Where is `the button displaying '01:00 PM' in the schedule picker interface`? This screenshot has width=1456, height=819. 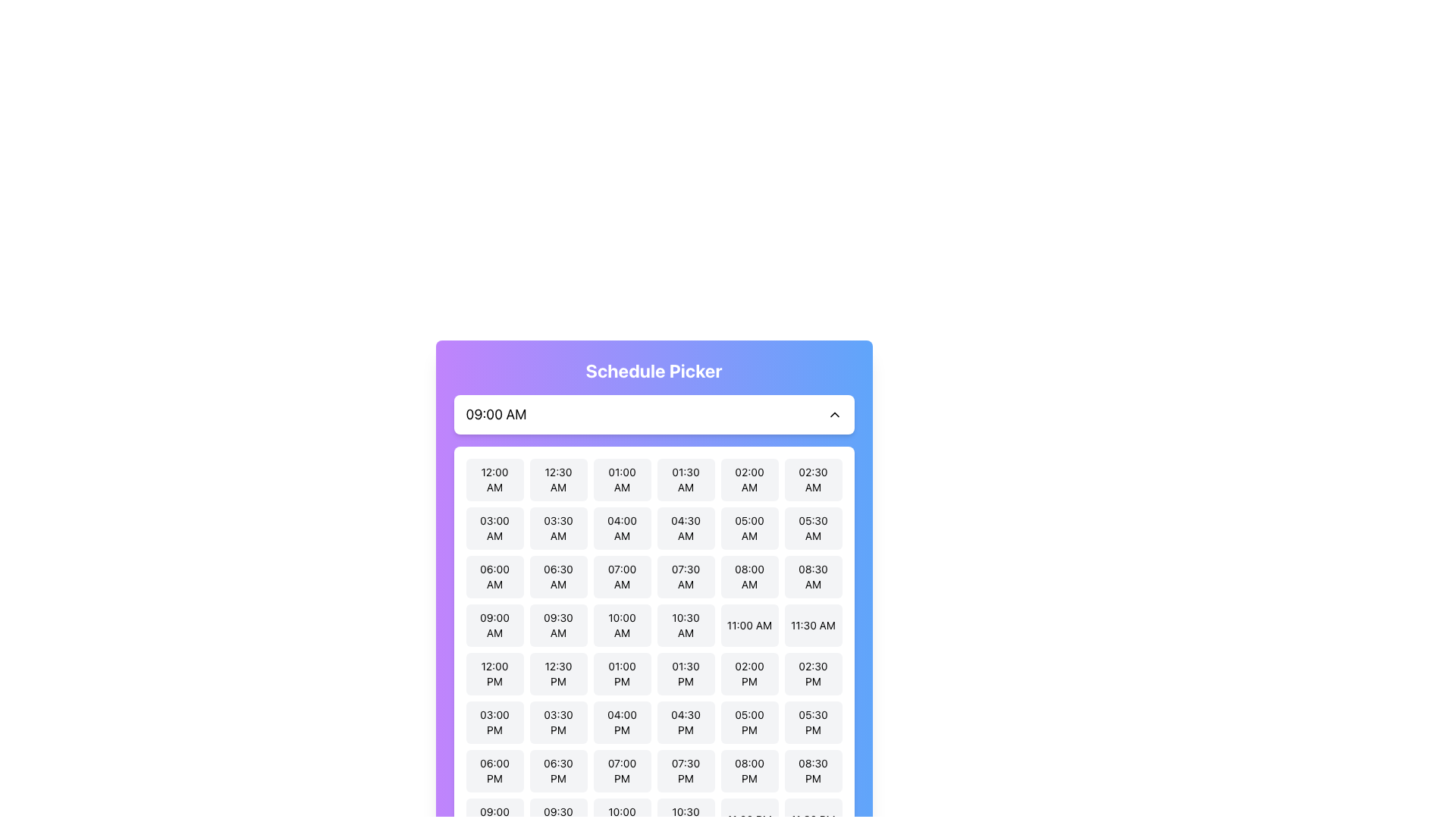
the button displaying '01:00 PM' in the schedule picker interface is located at coordinates (622, 673).